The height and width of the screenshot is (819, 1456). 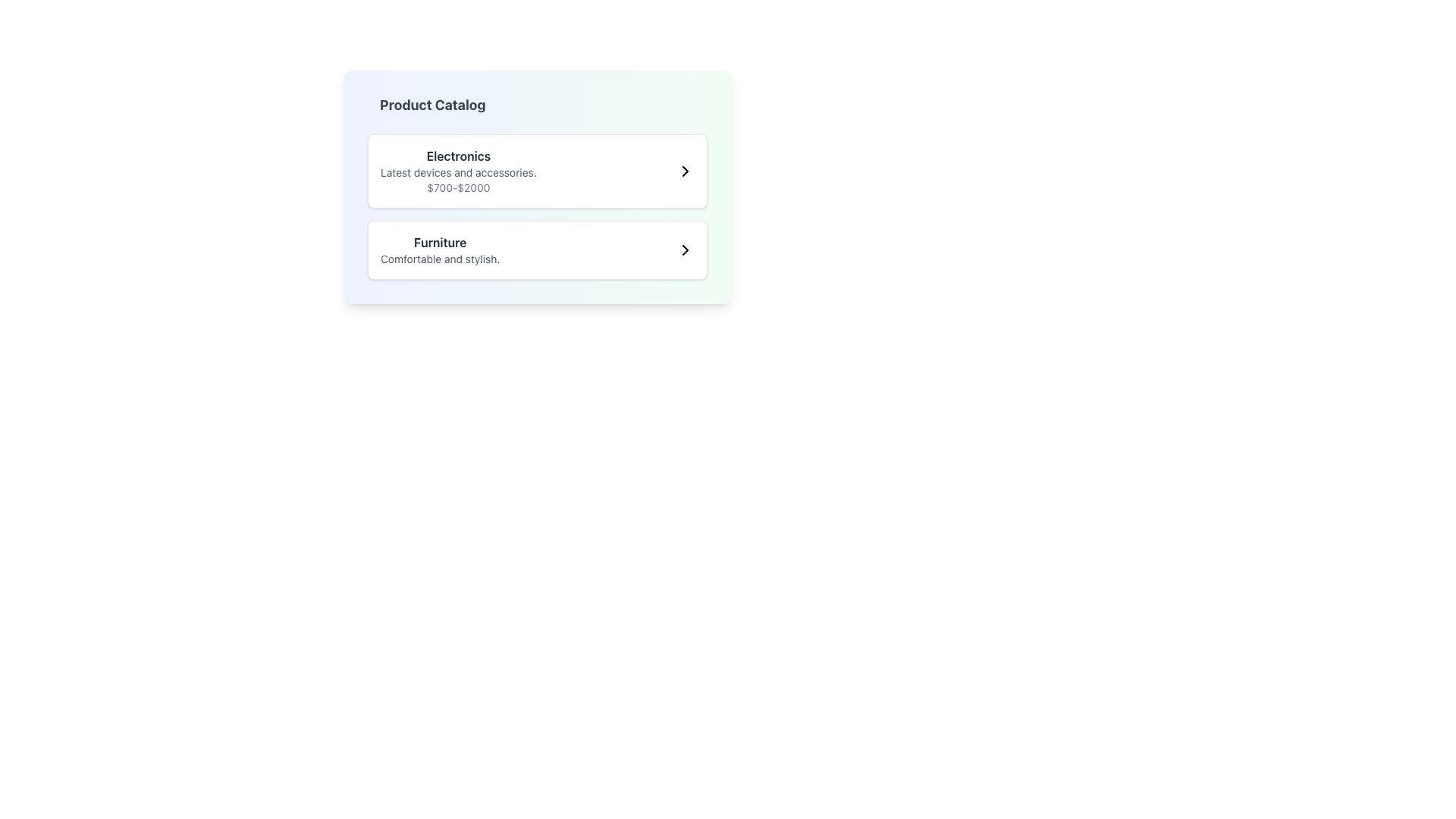 What do you see at coordinates (439, 259) in the screenshot?
I see `the text description element that provides additional details about the 'Furniture' category, which is positioned directly below the 'Furniture' title` at bounding box center [439, 259].